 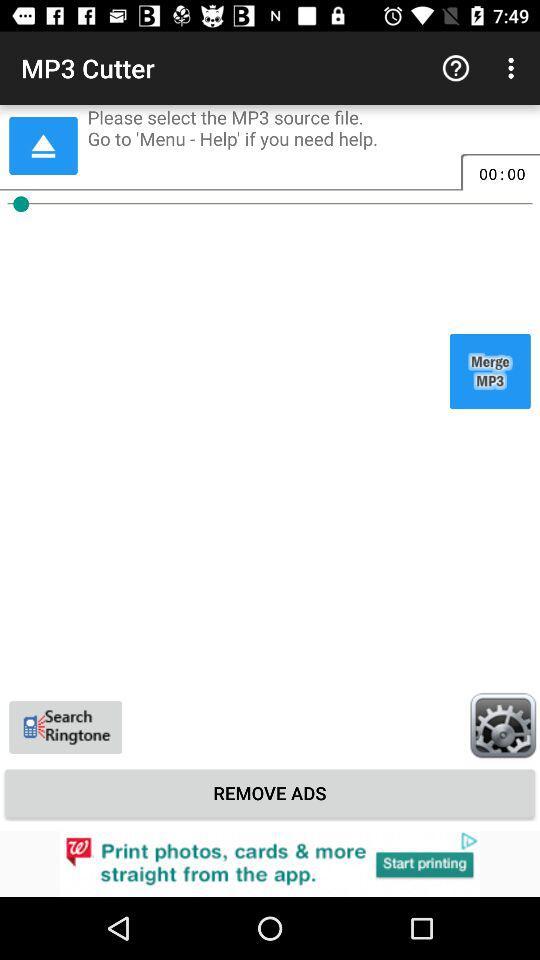 What do you see at coordinates (502, 724) in the screenshot?
I see `setting` at bounding box center [502, 724].